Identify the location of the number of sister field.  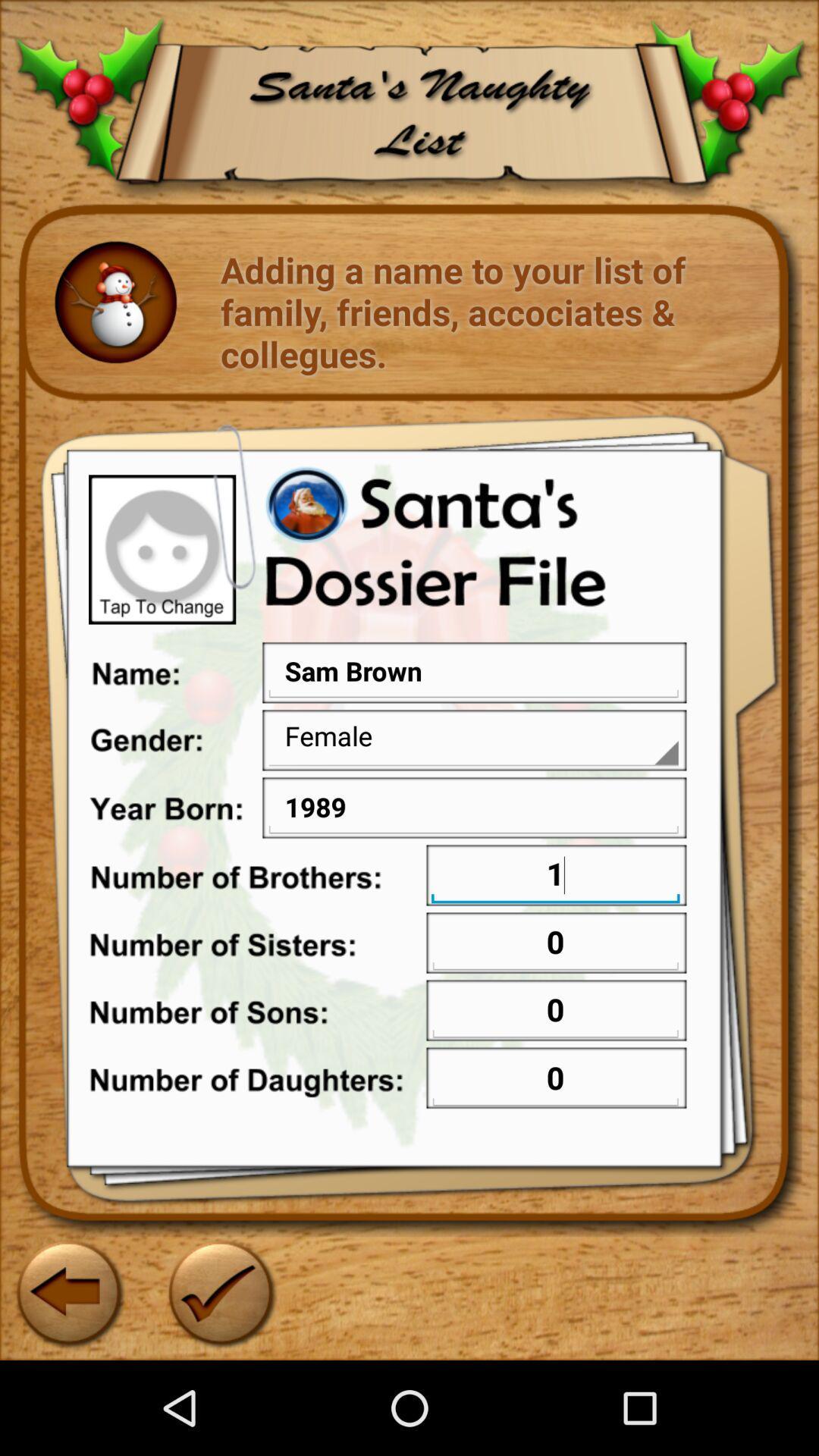
(555, 943).